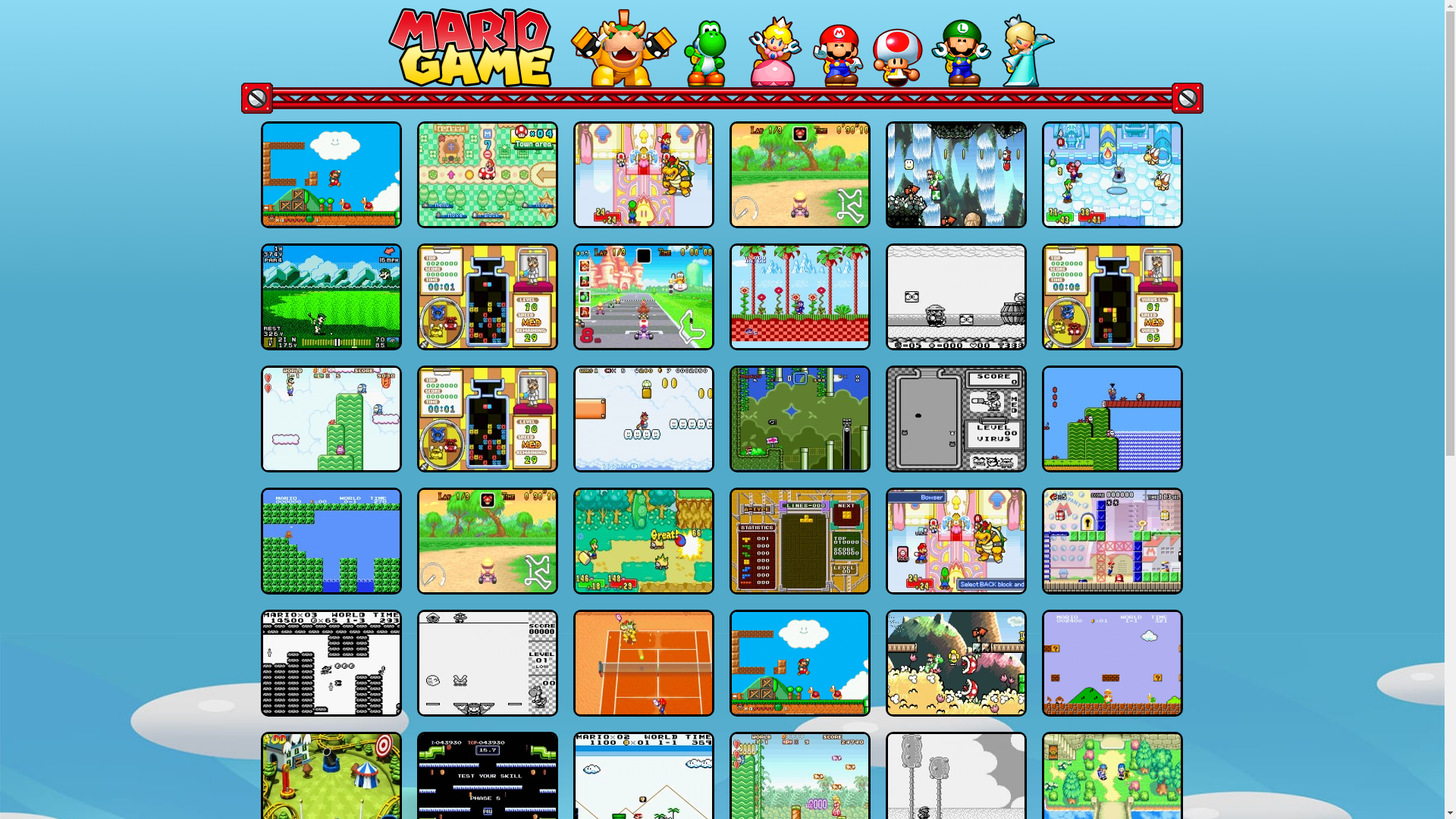 Image resolution: width=1456 pixels, height=819 pixels. What do you see at coordinates (1112, 295) in the screenshot?
I see `'Dr. Mario & Panel de Pon'` at bounding box center [1112, 295].